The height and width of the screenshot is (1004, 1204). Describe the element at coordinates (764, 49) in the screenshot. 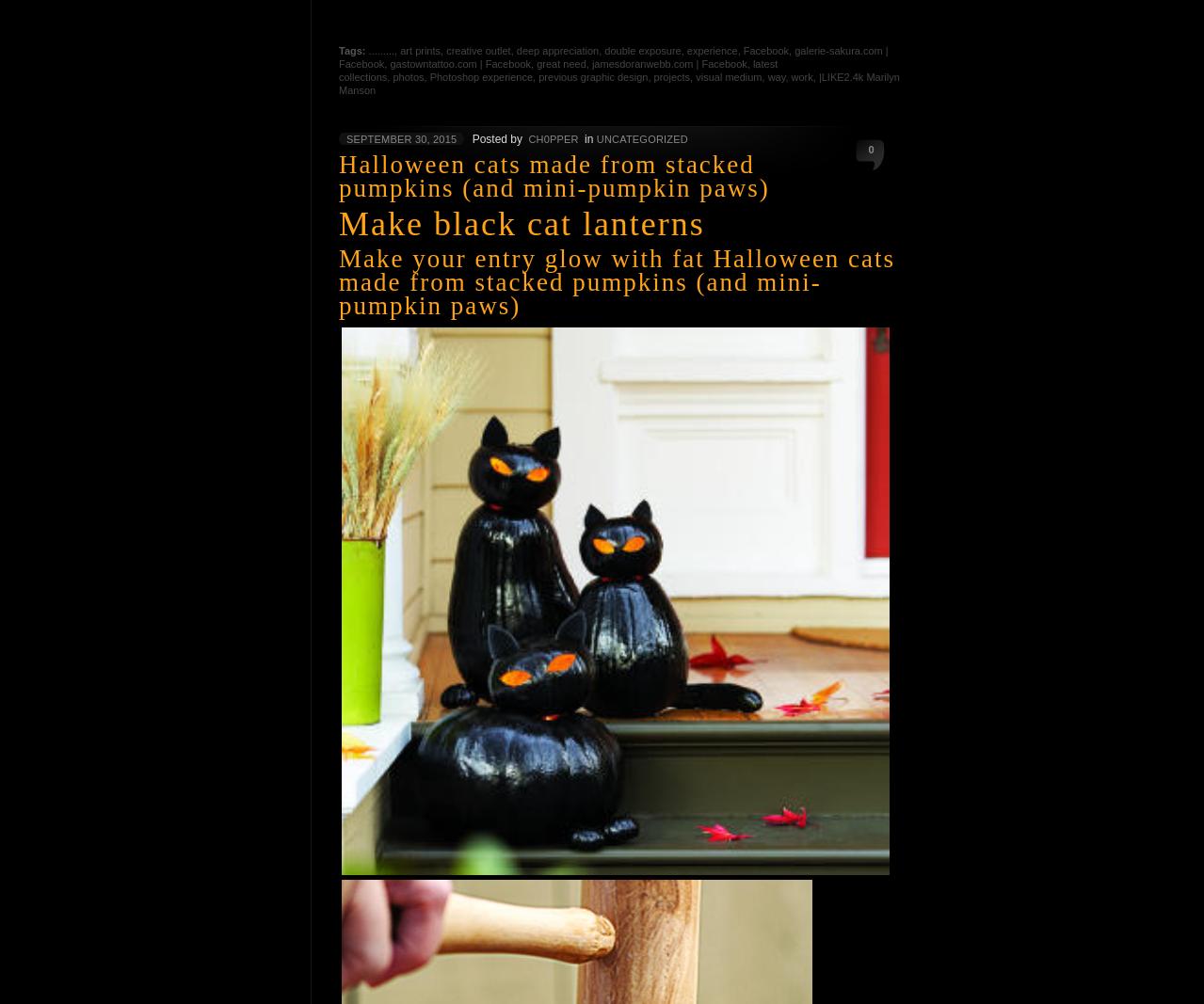

I see `'Facebook'` at that location.